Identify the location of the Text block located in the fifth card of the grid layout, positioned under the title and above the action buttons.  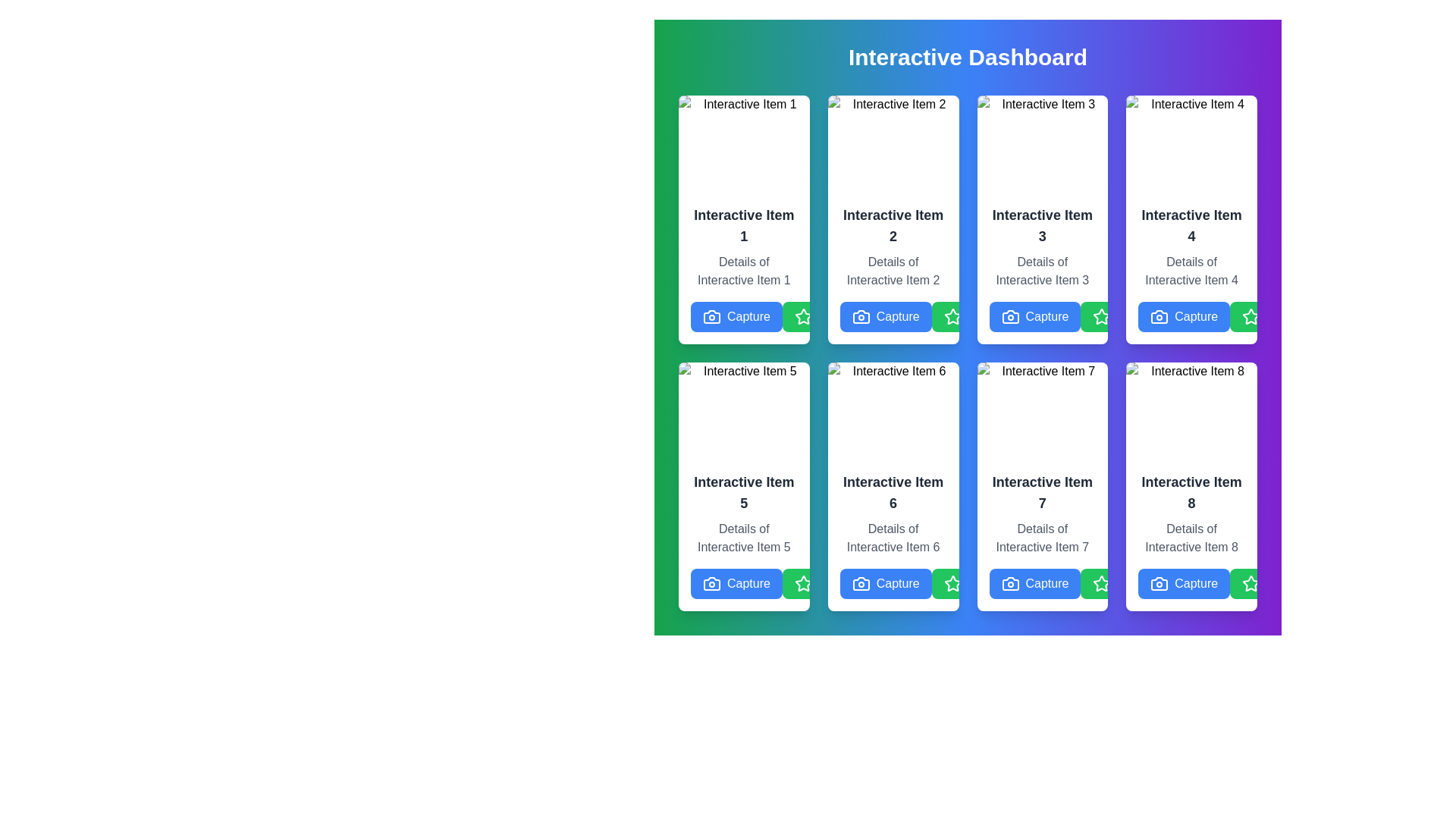
(744, 537).